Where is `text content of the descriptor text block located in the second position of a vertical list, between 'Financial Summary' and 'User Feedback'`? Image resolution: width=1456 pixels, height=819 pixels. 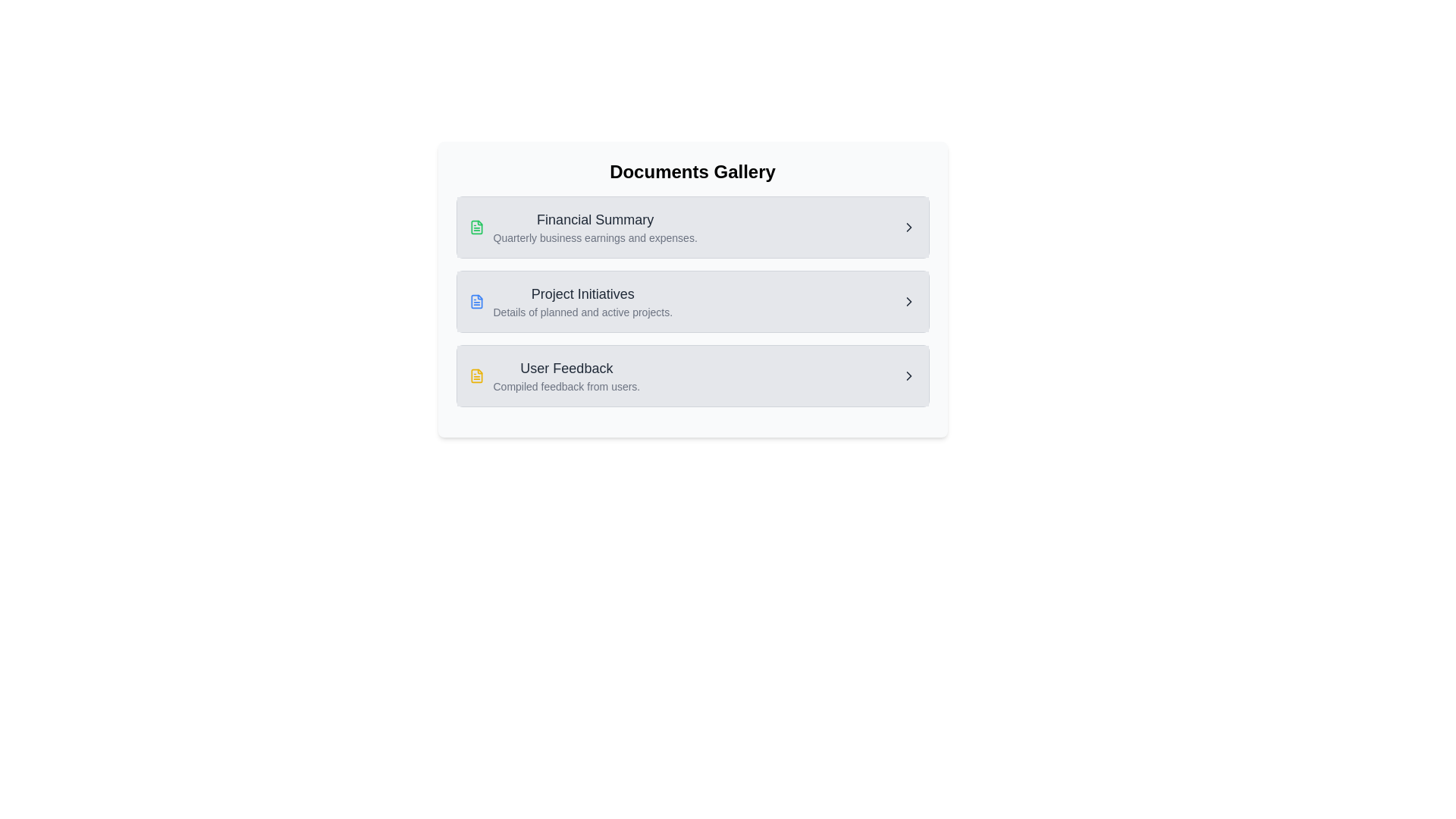 text content of the descriptor text block located in the second position of a vertical list, between 'Financial Summary' and 'User Feedback' is located at coordinates (582, 301).